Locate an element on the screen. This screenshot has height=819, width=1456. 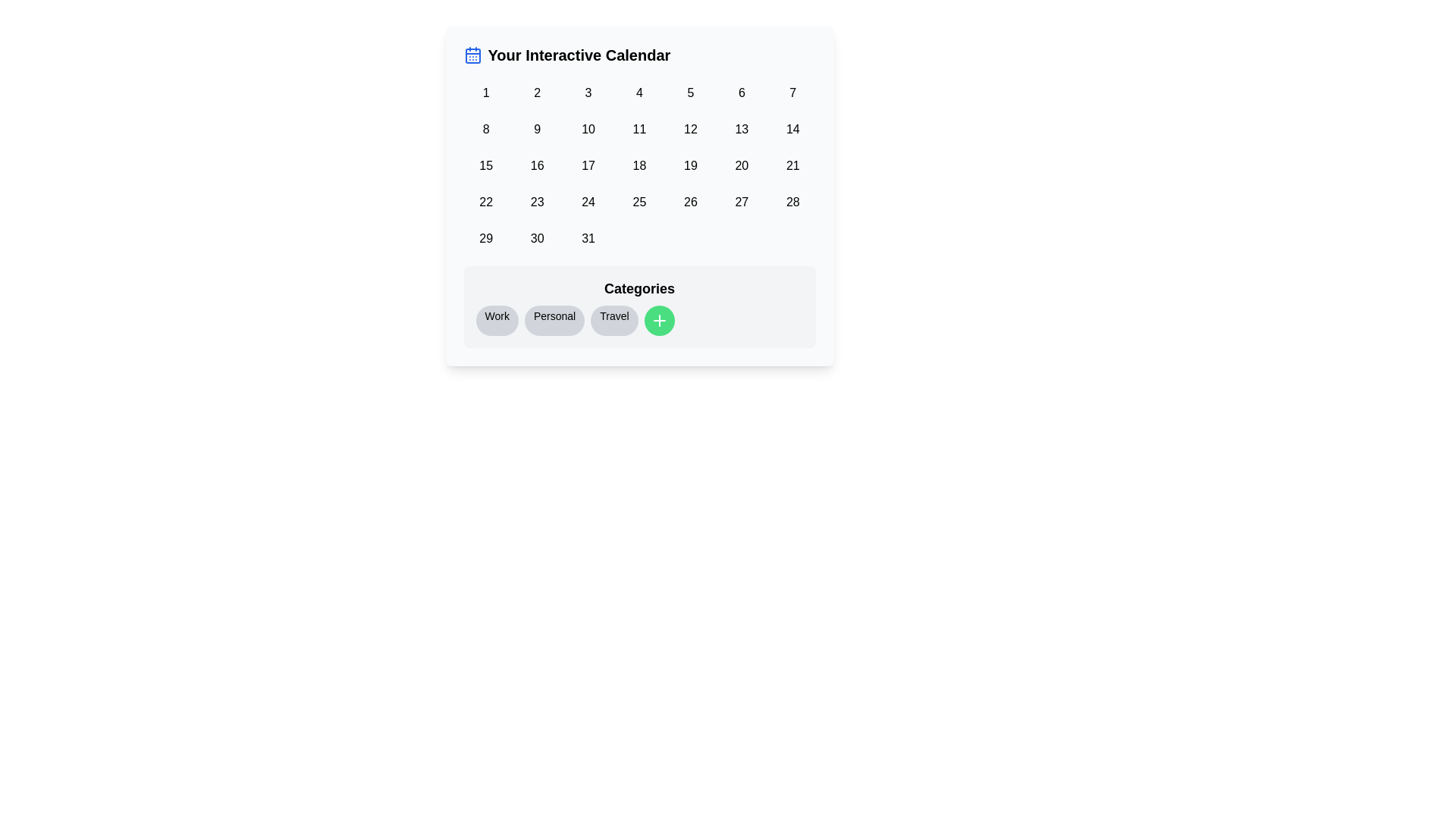
the small rectangular button with rounded corners containing the text '27' in bold black font, located in the seventh position of the fourth row within the calendar grid, to trigger a style change is located at coordinates (742, 201).